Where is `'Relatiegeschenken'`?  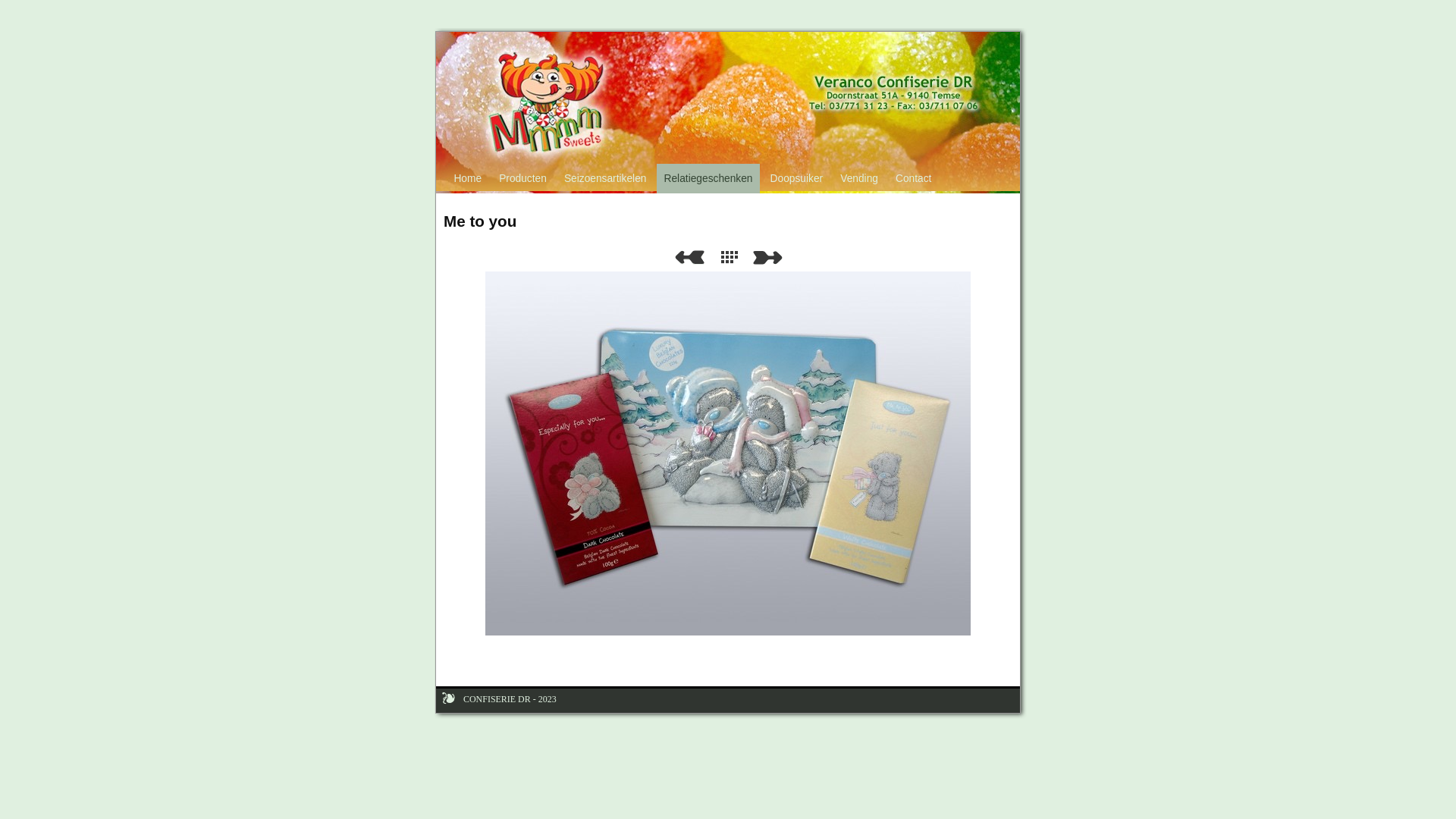
'Relatiegeschenken' is located at coordinates (708, 177).